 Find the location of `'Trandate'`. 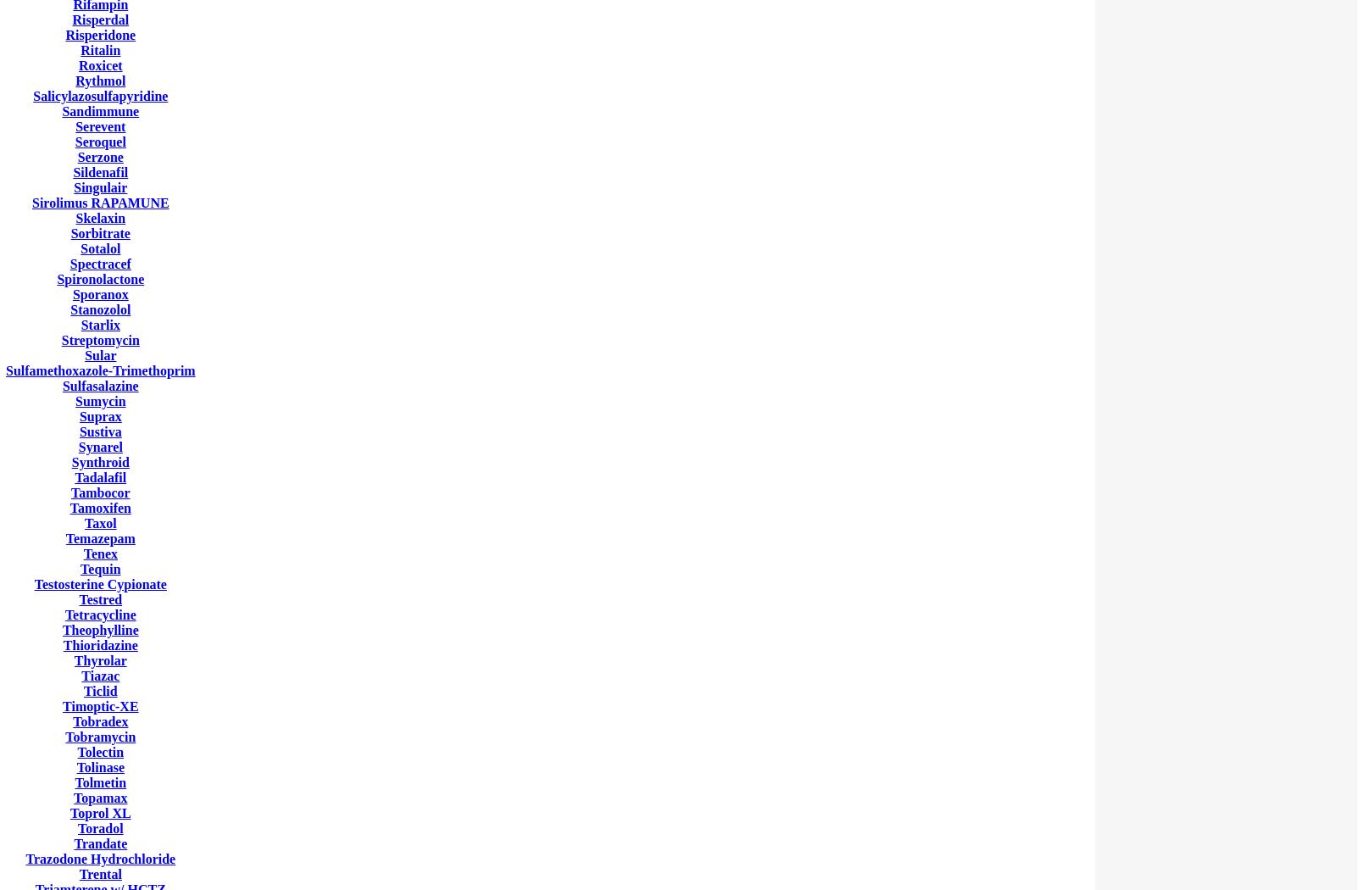

'Trandate' is located at coordinates (100, 843).